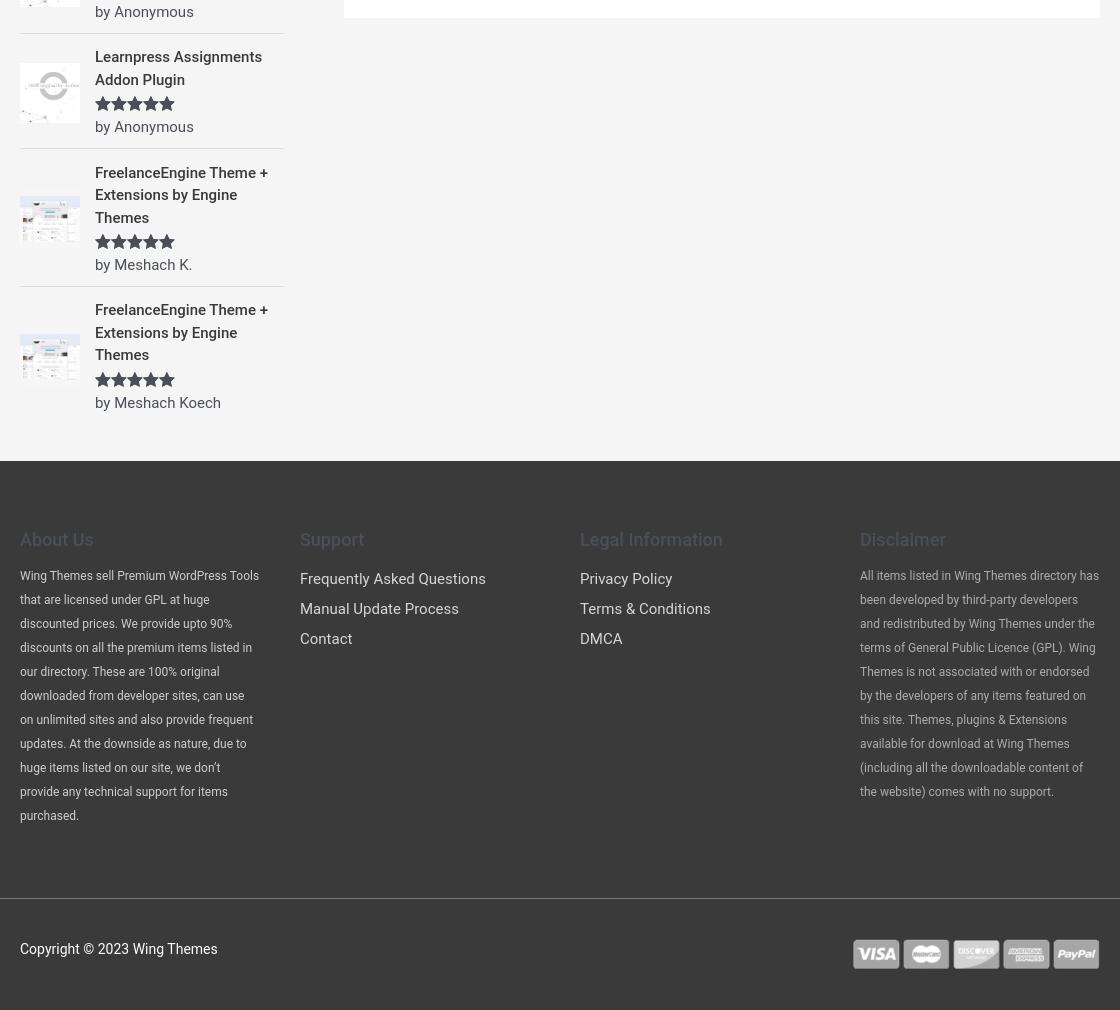  Describe the element at coordinates (139, 693) in the screenshot. I see `'Wing Themes sell Premium WordPress Tools that are licensed under GPL at huge discounted prices. We provide upto 90% discounts on all the premium items listed in our directory. These are 100% original downloaded from developer sites, can use on unlimited sites and also provide frequent updates. At the downside as nature, due to huge items listed on our site, we don’t provide any technical support for items purchased.'` at that location.